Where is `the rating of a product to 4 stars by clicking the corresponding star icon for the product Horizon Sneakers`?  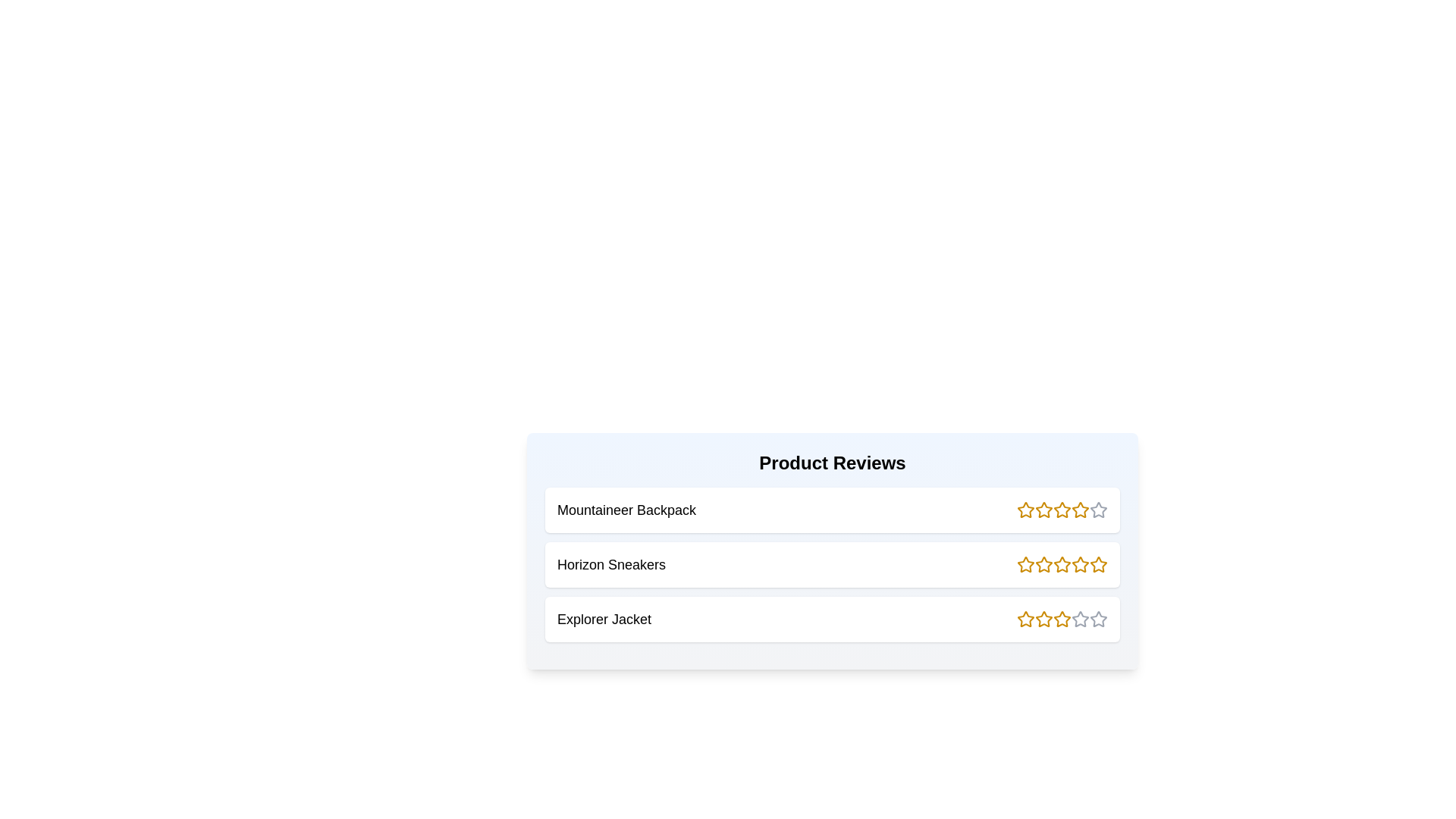
the rating of a product to 4 stars by clicking the corresponding star icon for the product Horizon Sneakers is located at coordinates (1080, 564).